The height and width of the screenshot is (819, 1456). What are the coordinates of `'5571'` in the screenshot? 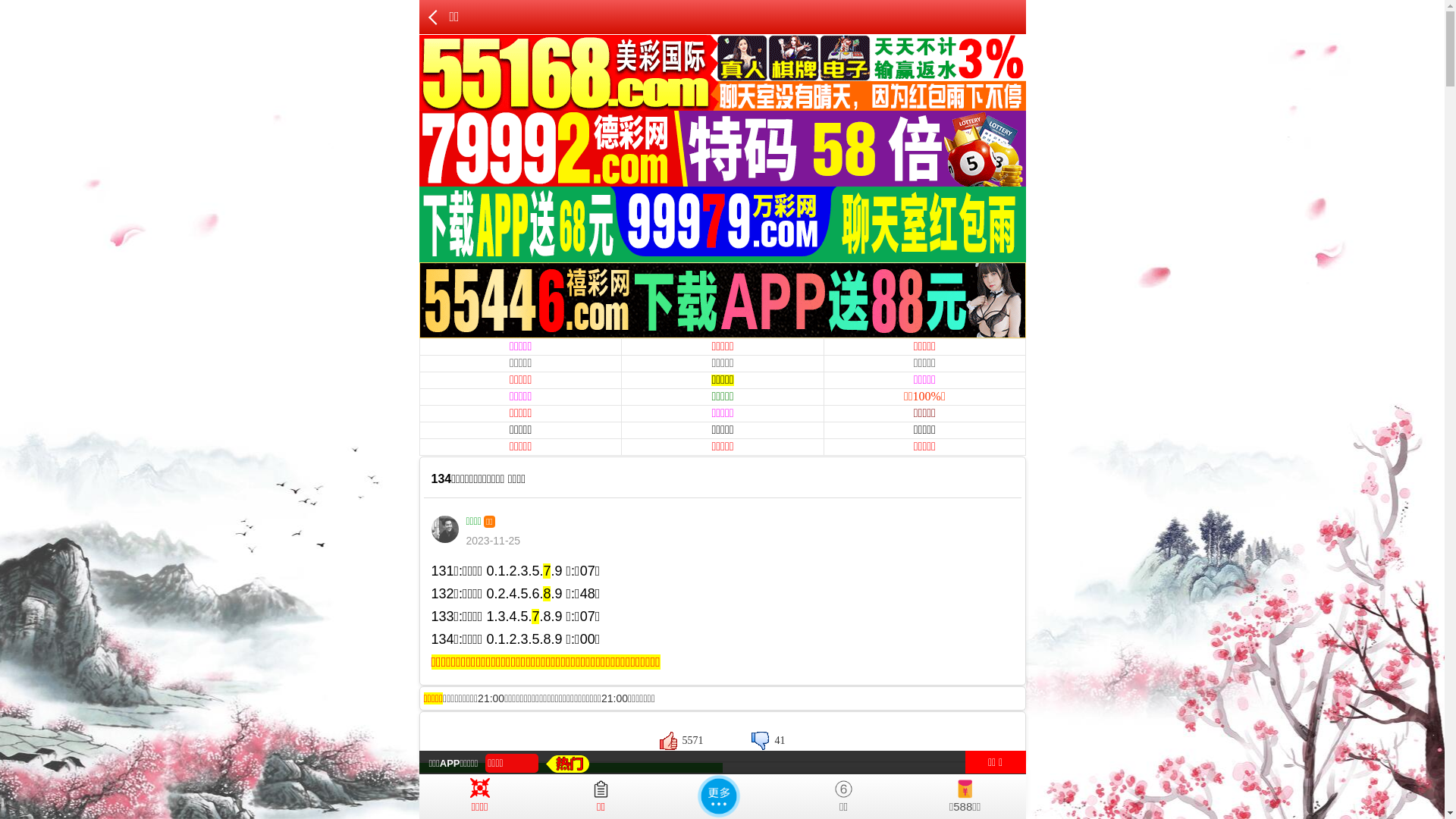 It's located at (659, 739).